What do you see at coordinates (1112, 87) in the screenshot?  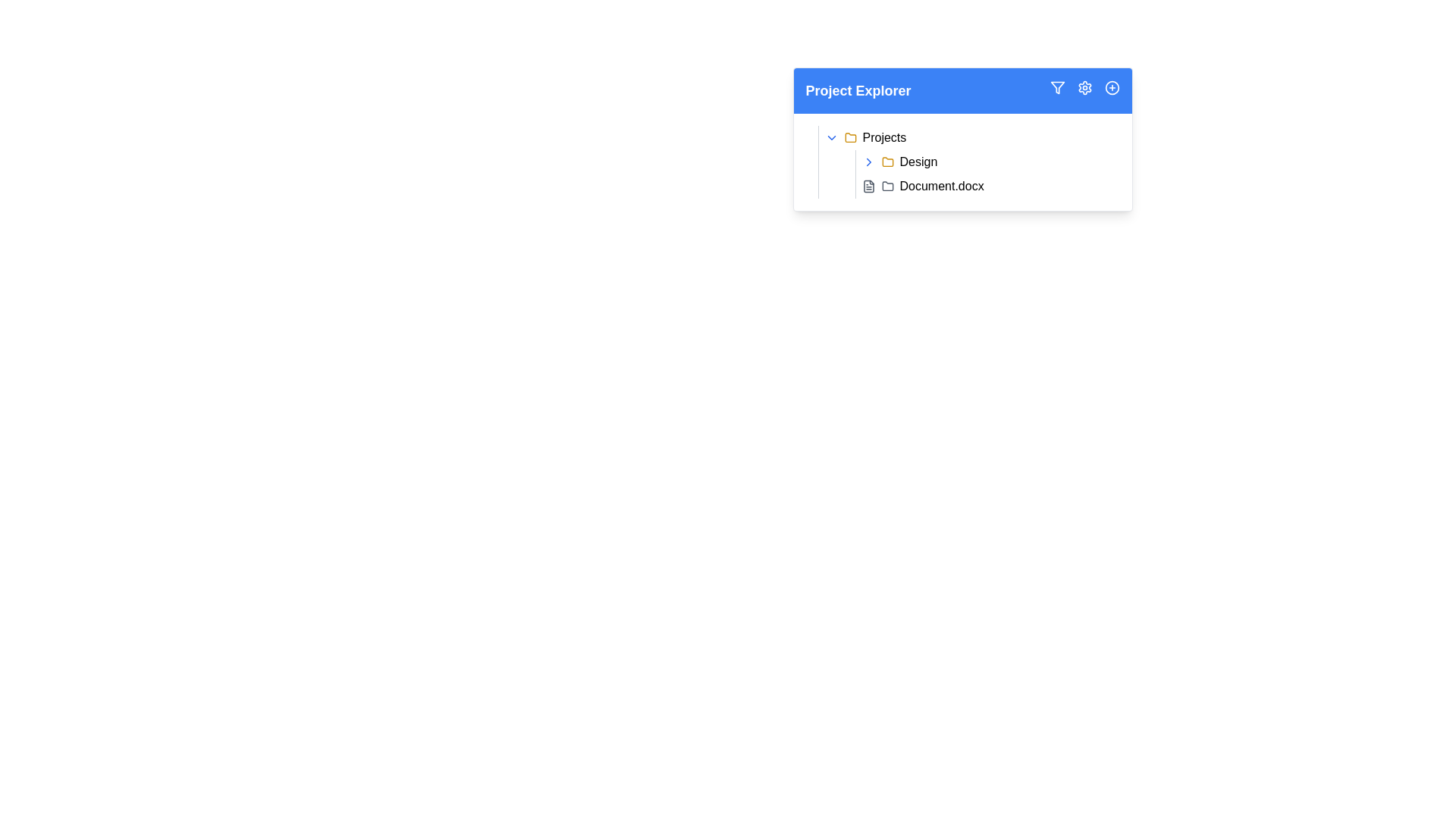 I see `the action button located in the top-right corner of the blue header of the 'Project Explorer' panel` at bounding box center [1112, 87].